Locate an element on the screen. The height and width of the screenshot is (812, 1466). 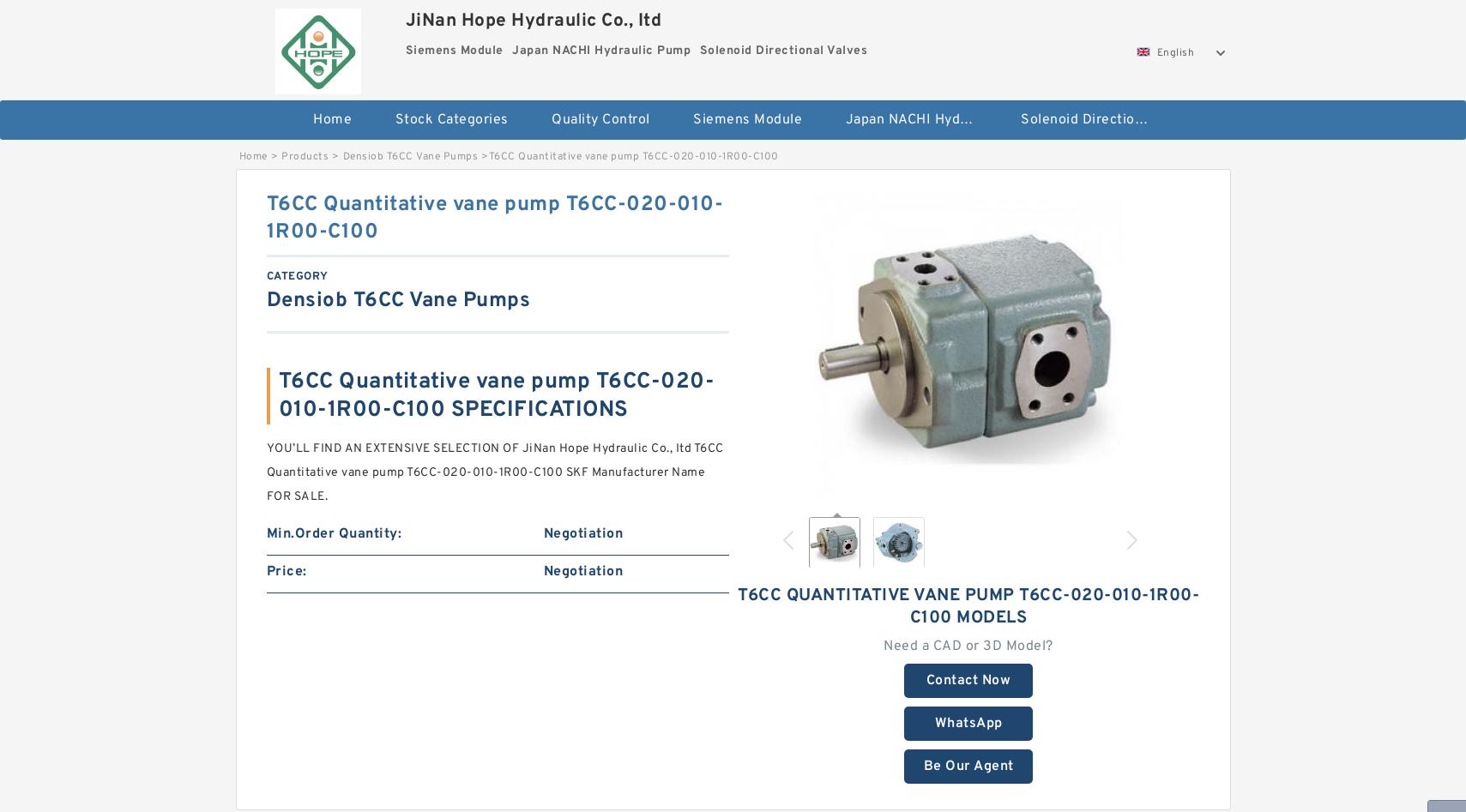
'English' is located at coordinates (1174, 53).